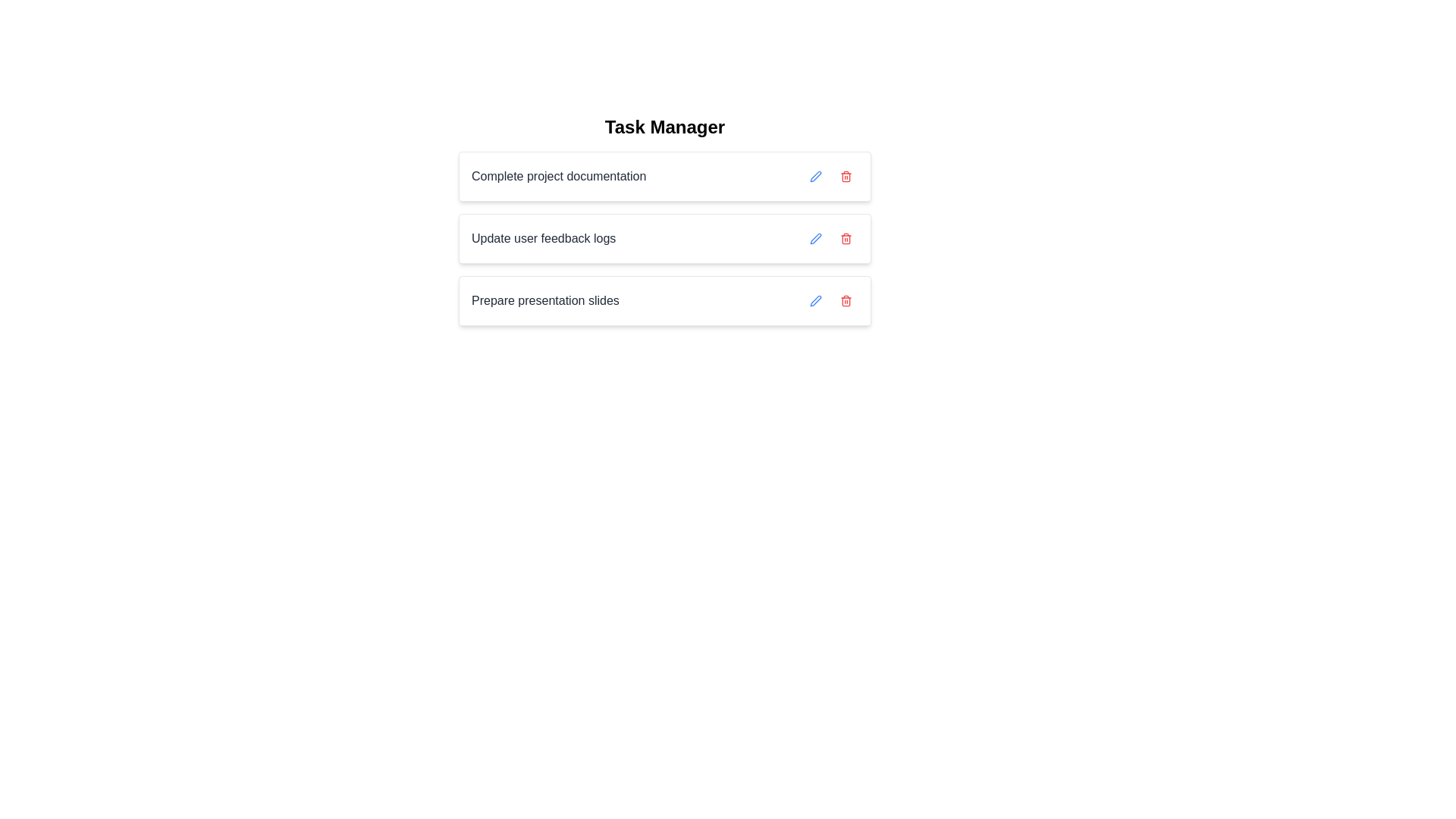 The height and width of the screenshot is (819, 1456). I want to click on the pen icon, which represents edit functionality, located on the right side of the second task entry, so click(814, 300).